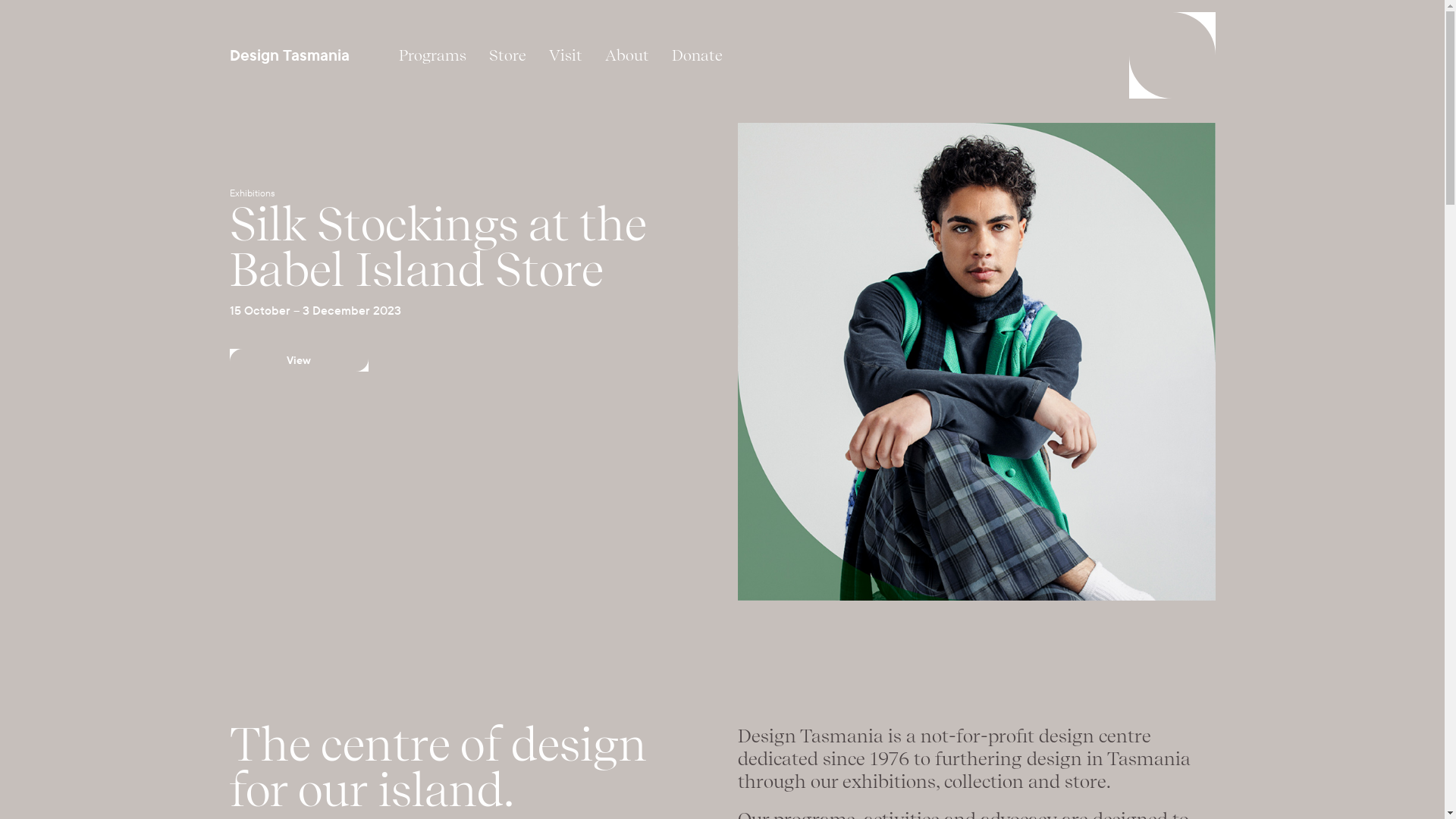  I want to click on 'Visit', so click(563, 55).